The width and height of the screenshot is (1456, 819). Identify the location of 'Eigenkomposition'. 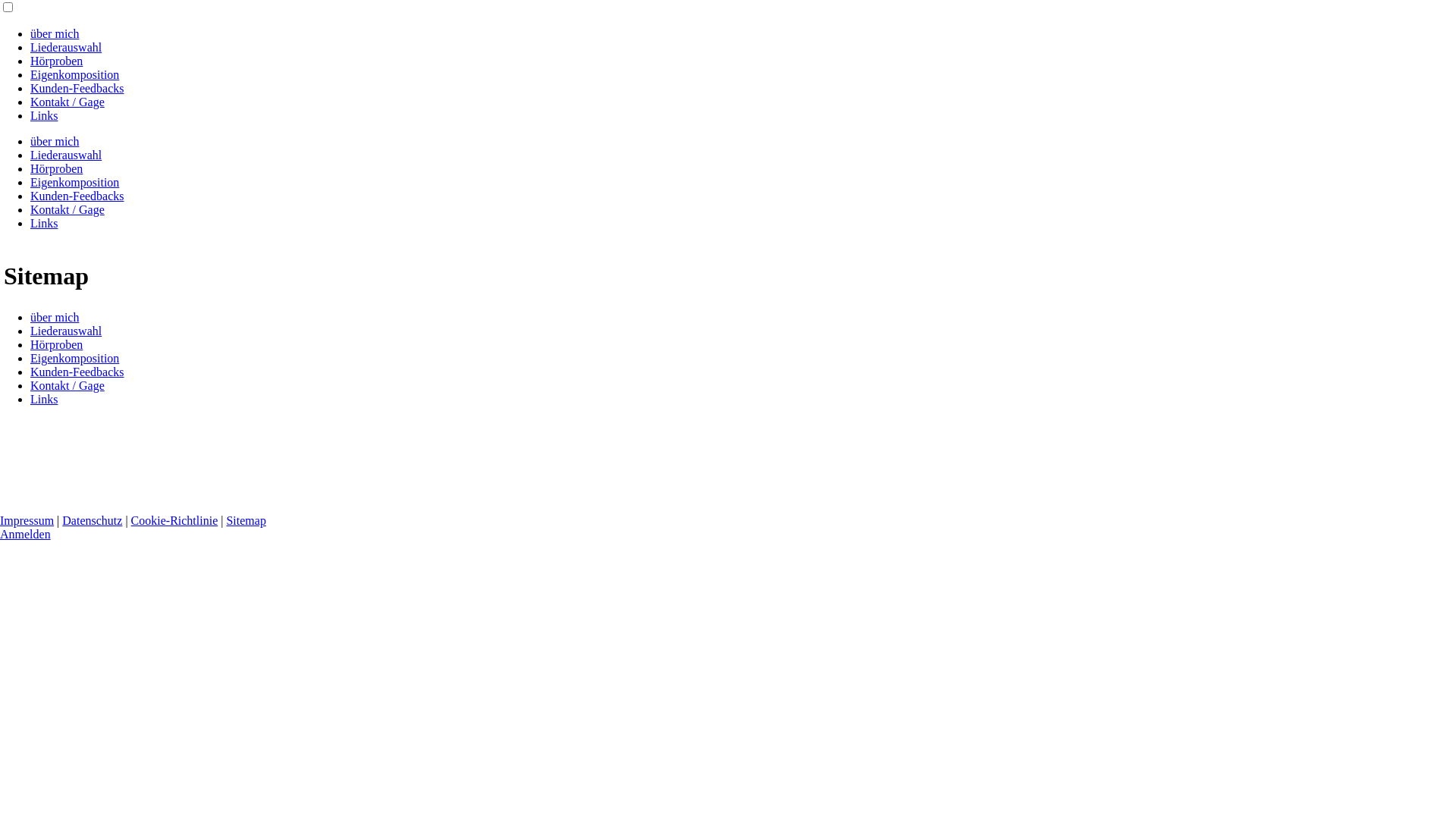
(30, 358).